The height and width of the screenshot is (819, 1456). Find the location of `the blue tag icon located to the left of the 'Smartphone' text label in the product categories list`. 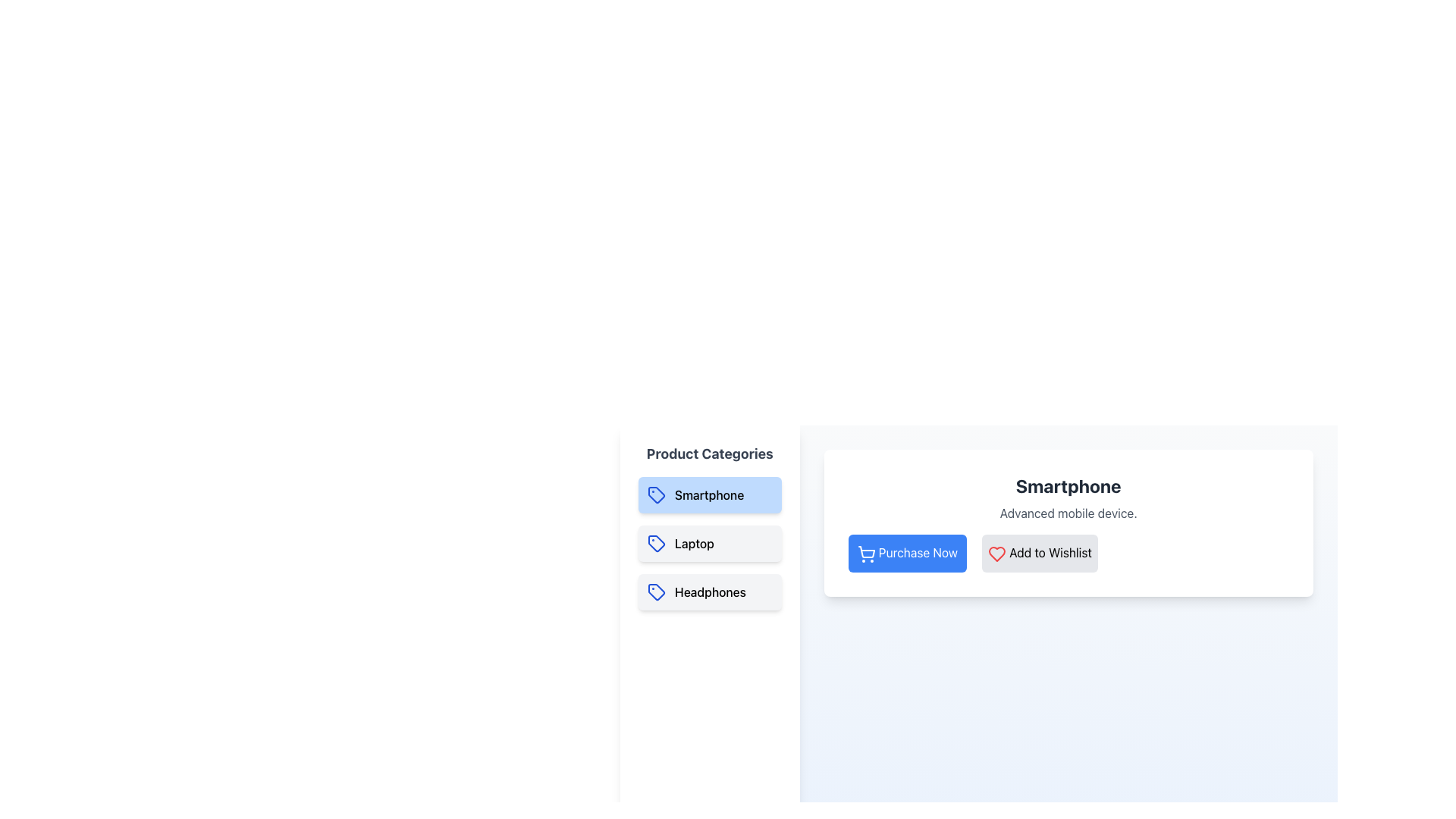

the blue tag icon located to the left of the 'Smartphone' text label in the product categories list is located at coordinates (656, 494).